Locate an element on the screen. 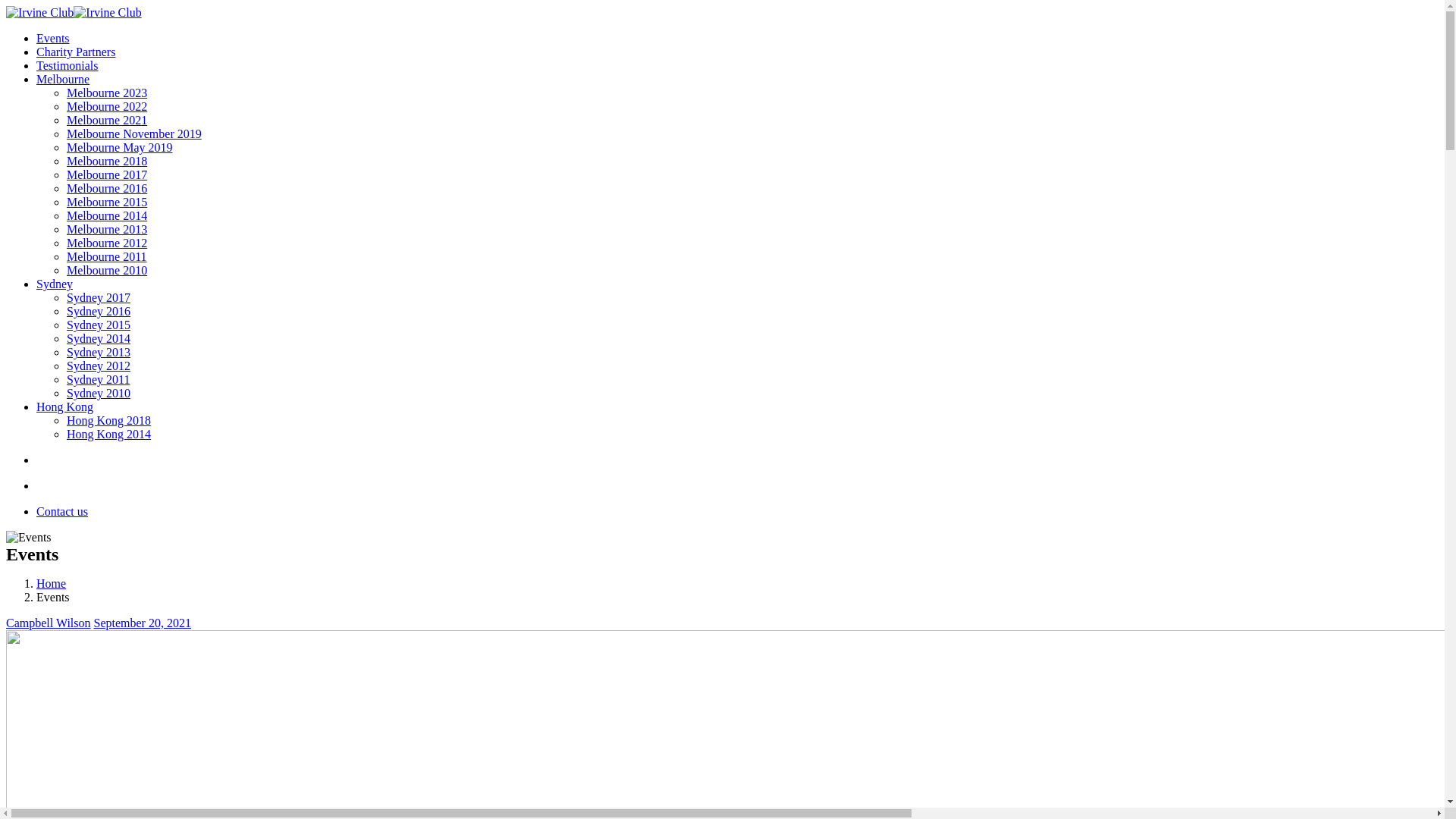  'Sydney' is located at coordinates (55, 284).